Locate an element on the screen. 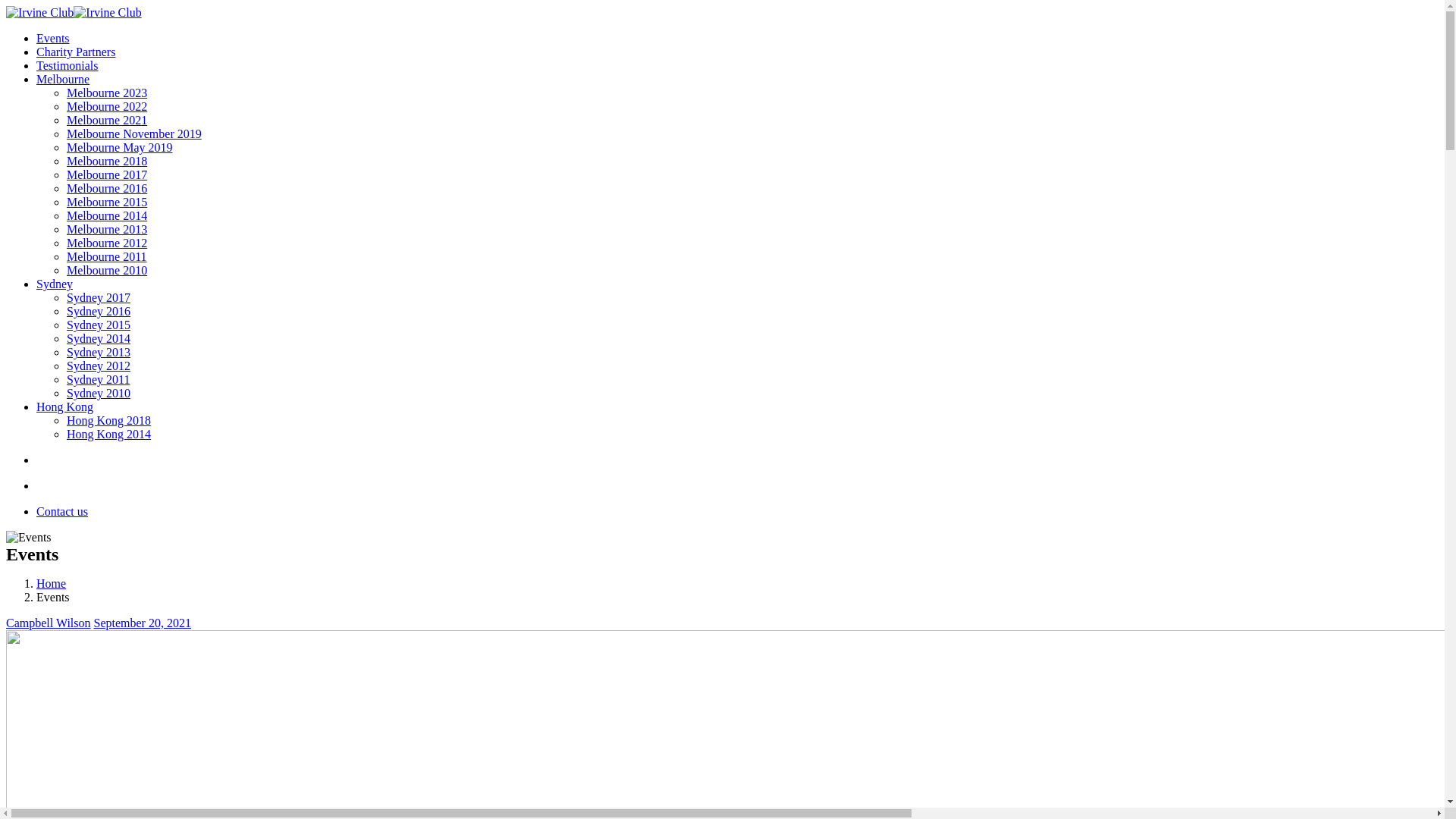  'Sydney' is located at coordinates (55, 284).